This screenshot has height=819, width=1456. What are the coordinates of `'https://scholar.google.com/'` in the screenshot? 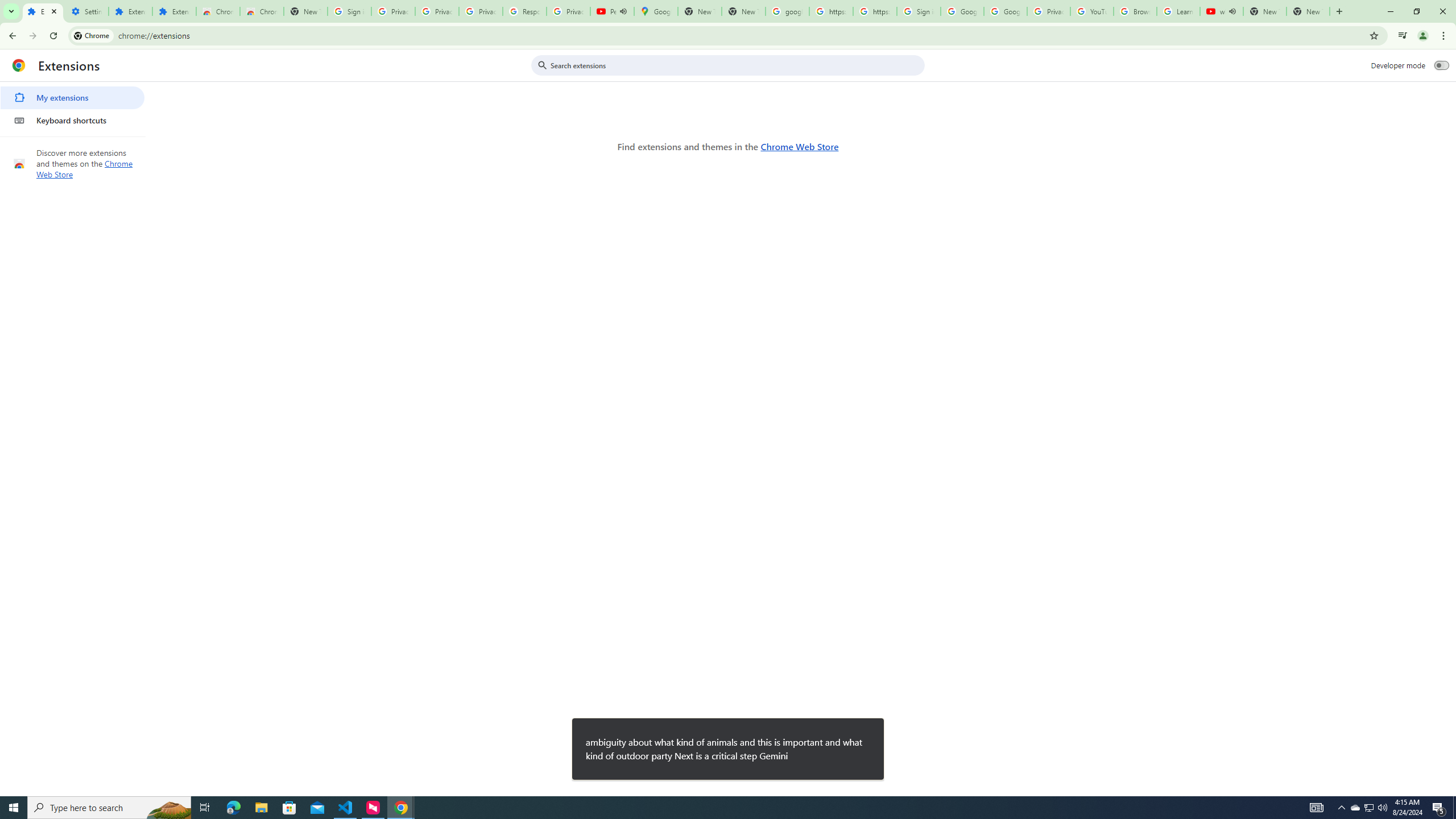 It's located at (874, 11).